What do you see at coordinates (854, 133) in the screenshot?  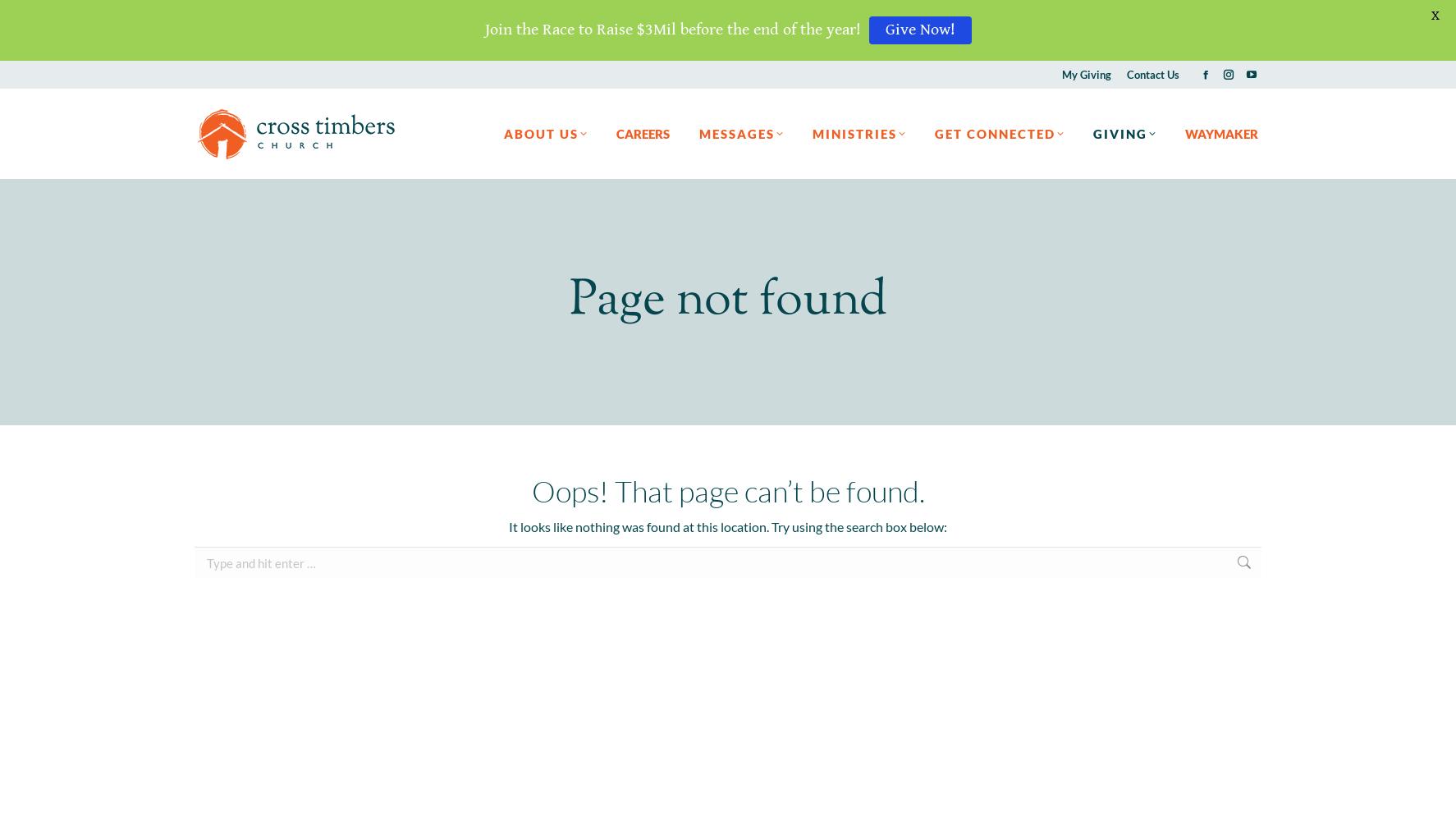 I see `'Ministries'` at bounding box center [854, 133].